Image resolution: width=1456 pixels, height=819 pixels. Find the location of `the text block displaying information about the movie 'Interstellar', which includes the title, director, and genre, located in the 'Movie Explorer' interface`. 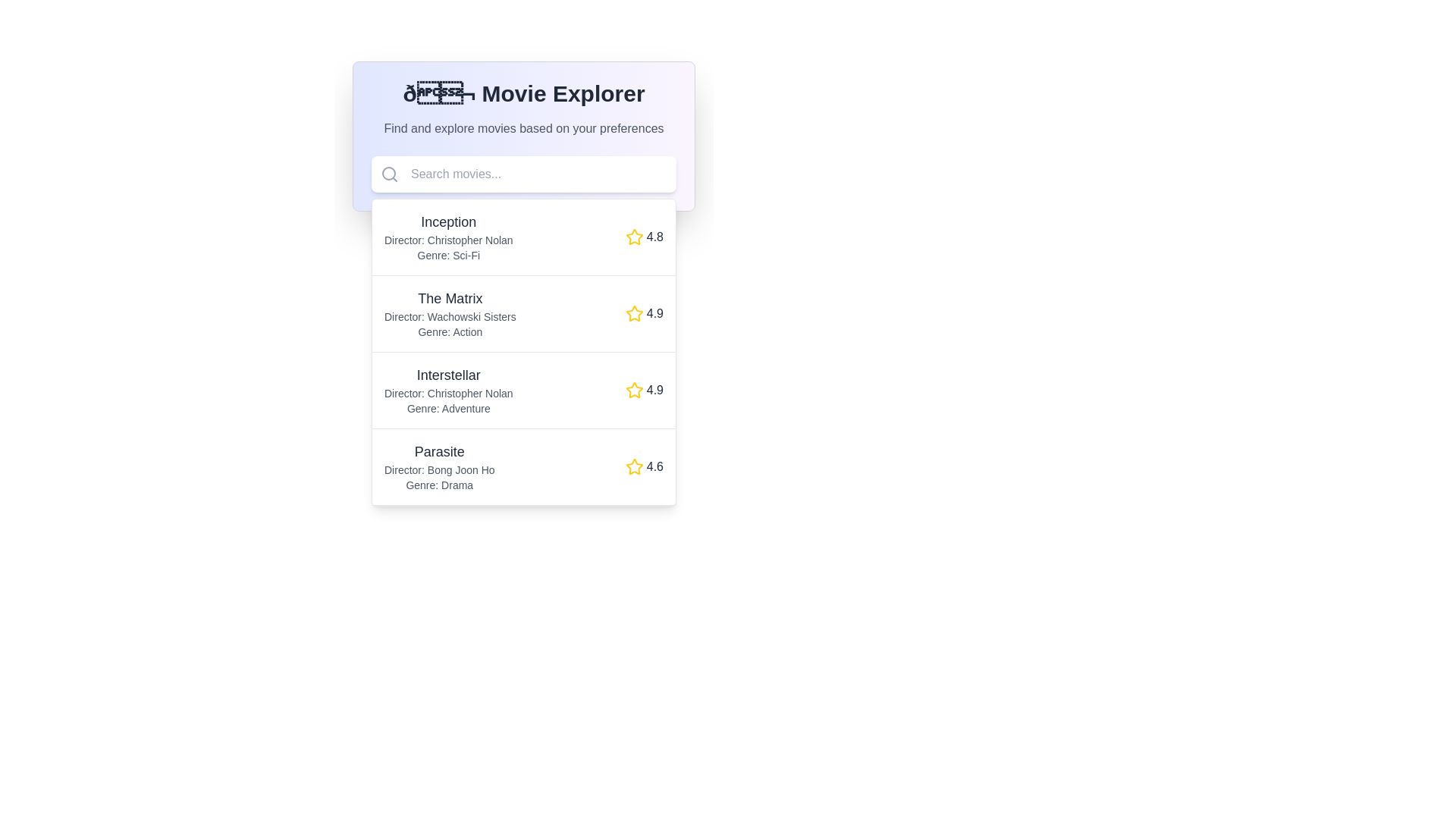

the text block displaying information about the movie 'Interstellar', which includes the title, director, and genre, located in the 'Movie Explorer' interface is located at coordinates (447, 390).